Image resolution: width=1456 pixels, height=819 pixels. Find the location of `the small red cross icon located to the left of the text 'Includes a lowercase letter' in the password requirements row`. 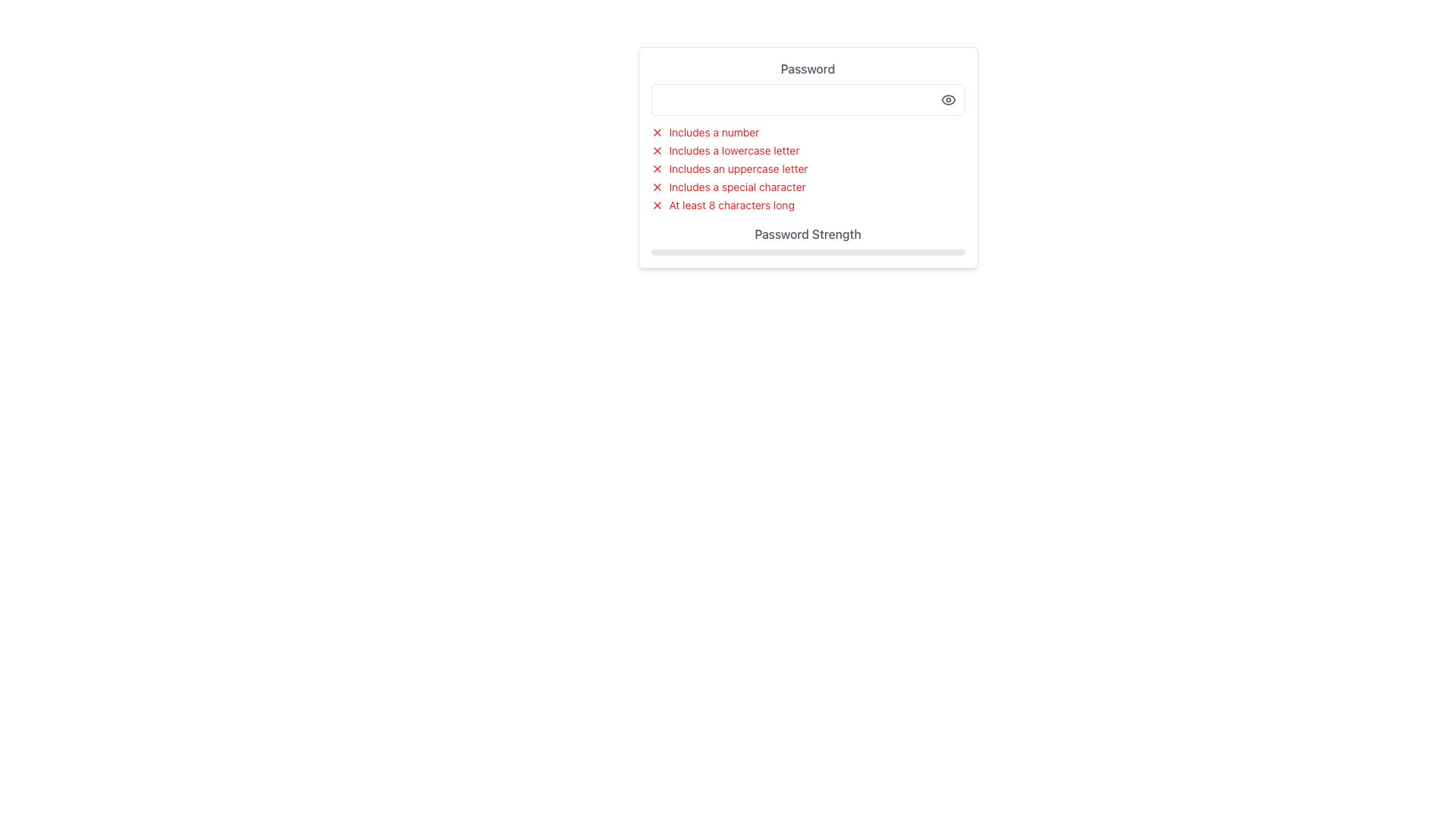

the small red cross icon located to the left of the text 'Includes a lowercase letter' in the password requirements row is located at coordinates (657, 151).